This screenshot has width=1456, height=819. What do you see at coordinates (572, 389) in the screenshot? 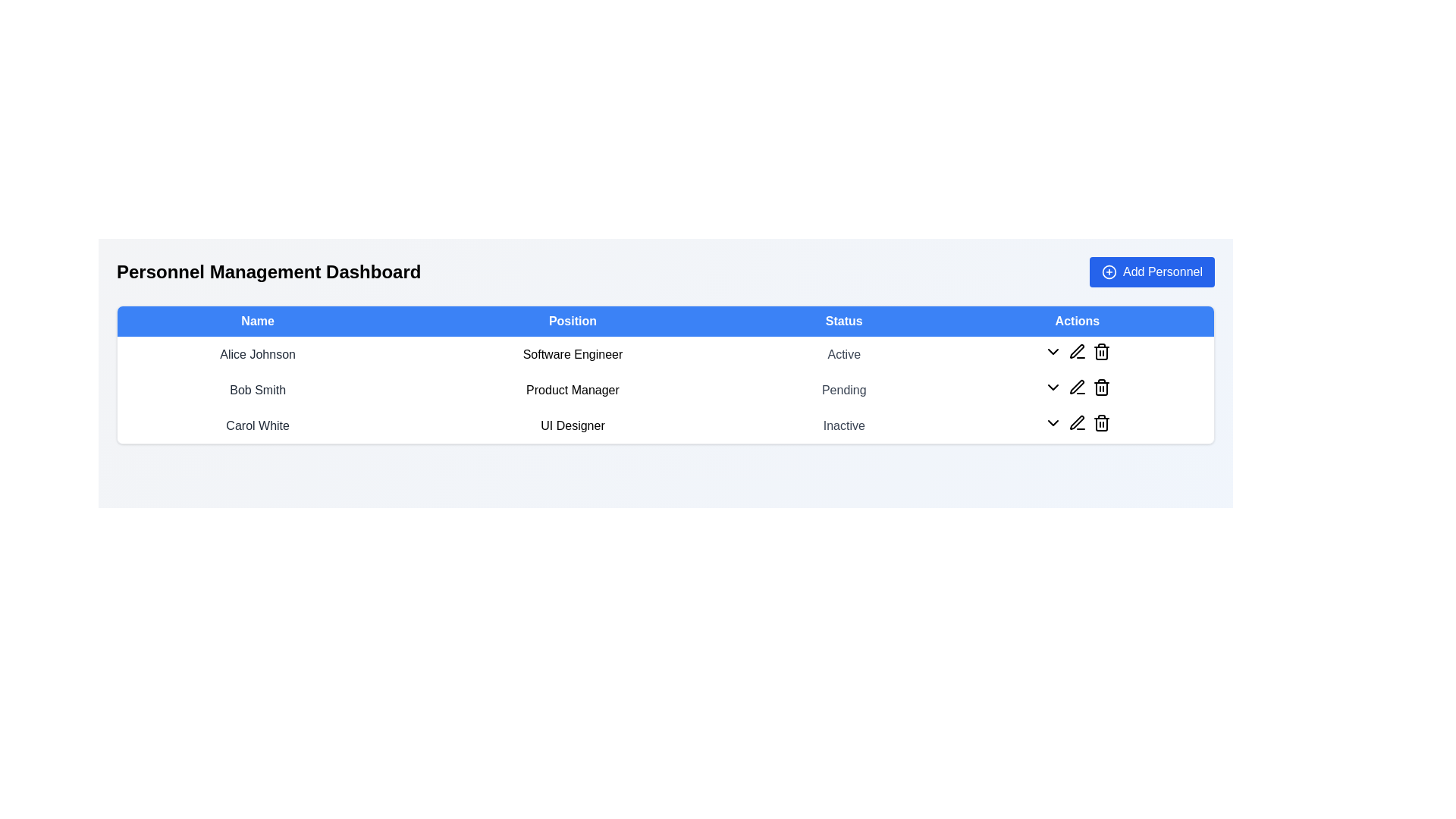
I see `the Text label displaying the job title or role of the individual, located in the second row under the 'Position' column of a three-row table` at bounding box center [572, 389].